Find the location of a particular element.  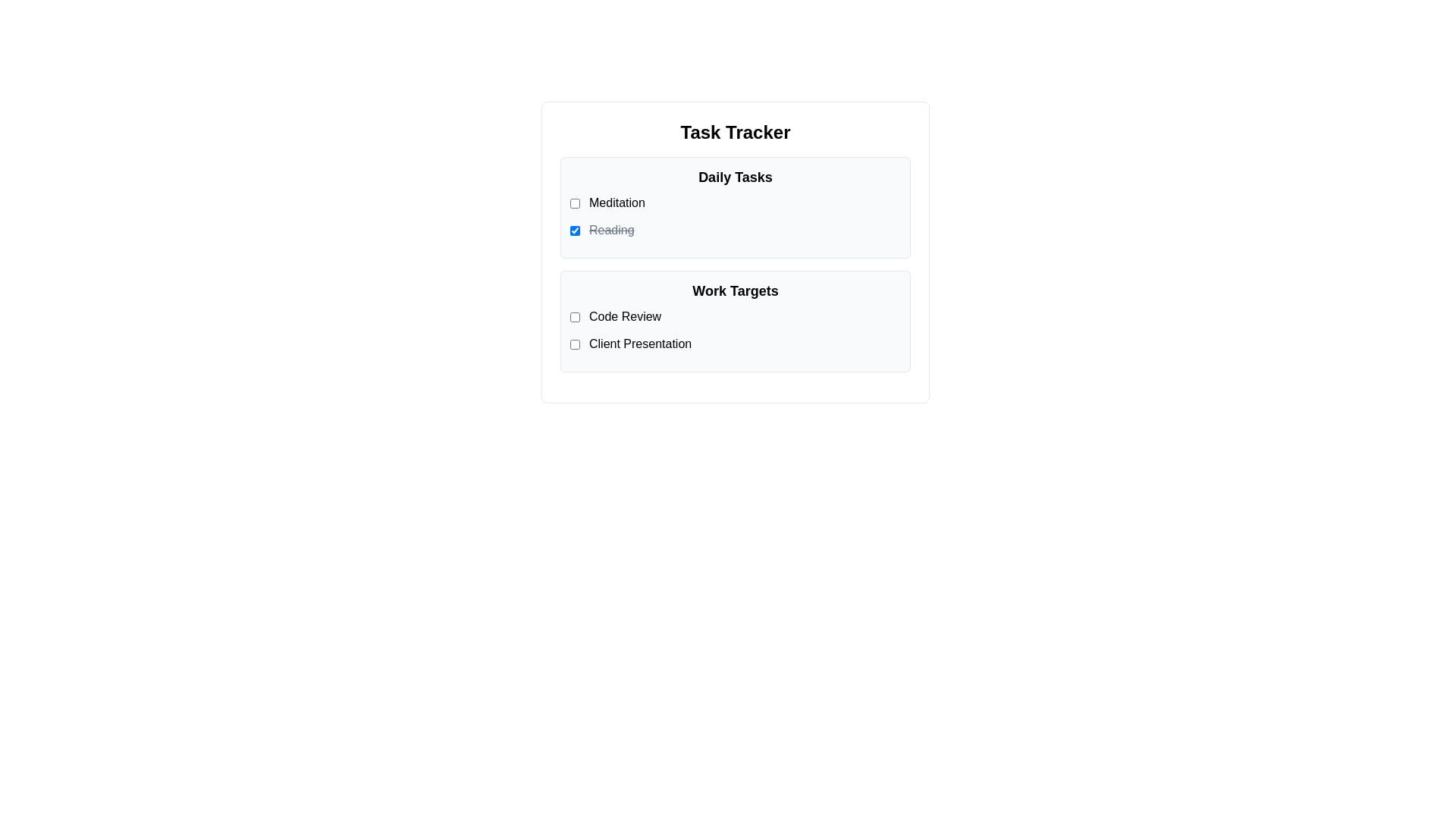

the selected checkbox indicating it is checked, which is located to the left of the 'Reading' label in the 'Daily Tasks' section of the 'Task Tracker' interface is located at coordinates (574, 231).